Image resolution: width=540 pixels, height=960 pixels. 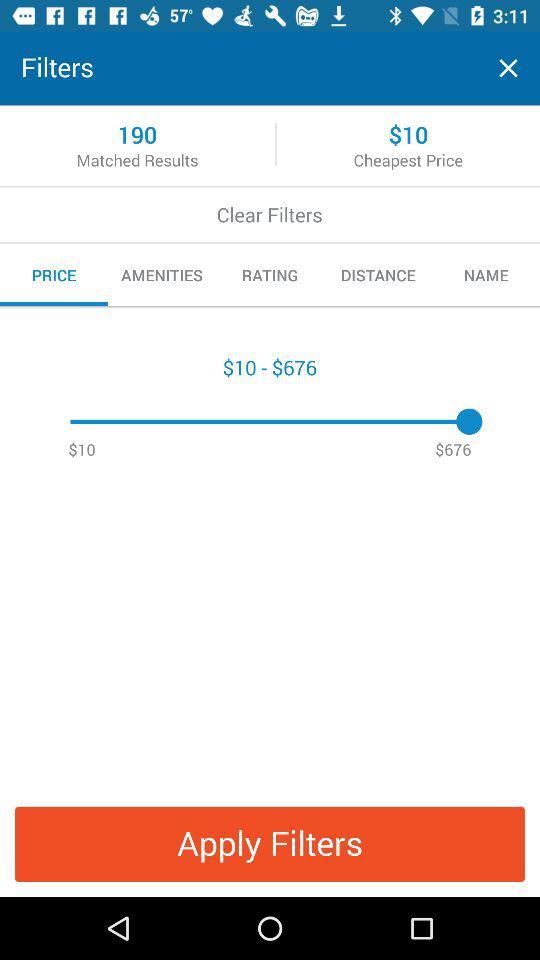 I want to click on icon to the left of name icon, so click(x=378, y=274).